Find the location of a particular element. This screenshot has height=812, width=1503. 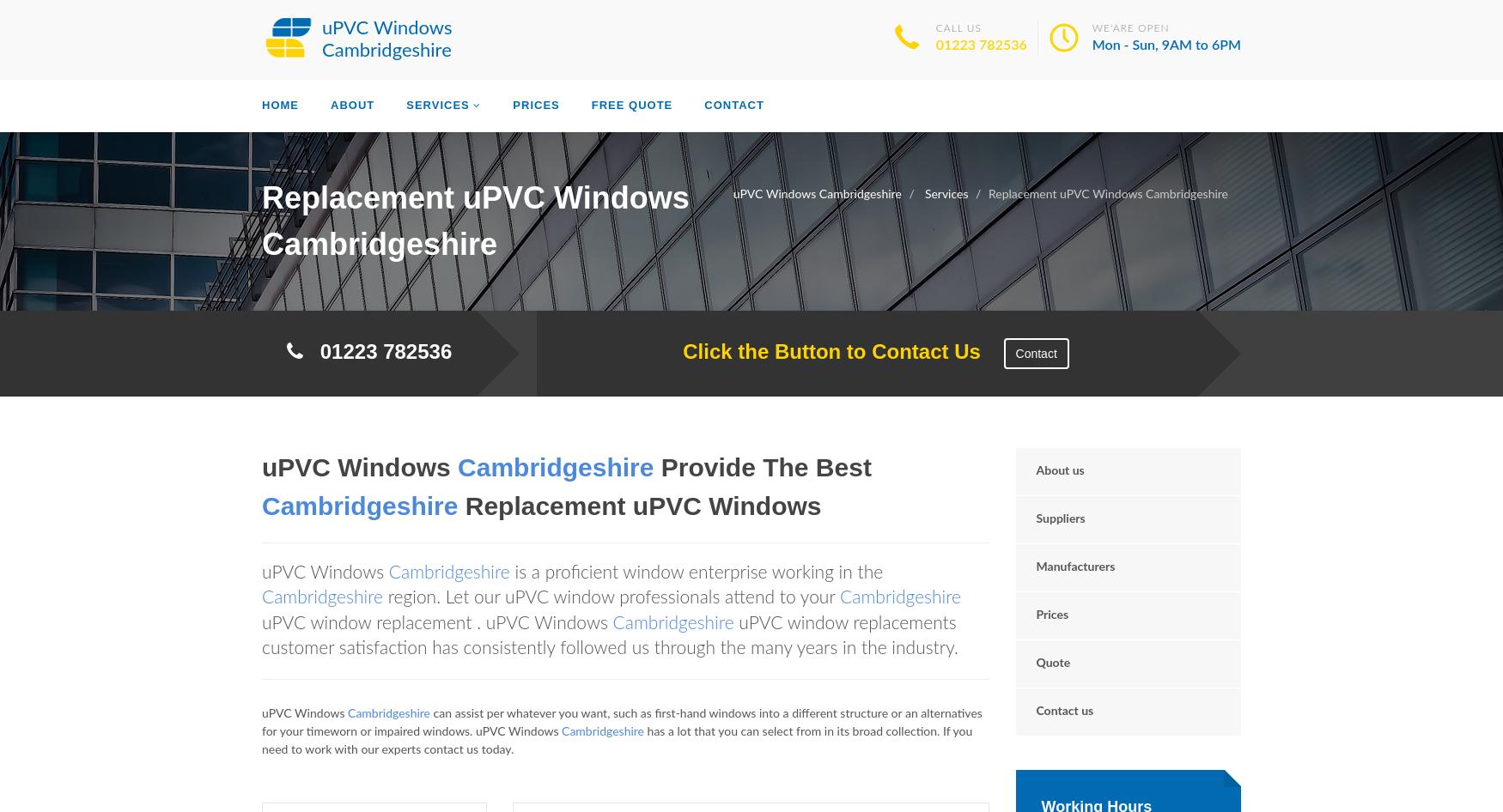

'Contact us' is located at coordinates (1064, 711).